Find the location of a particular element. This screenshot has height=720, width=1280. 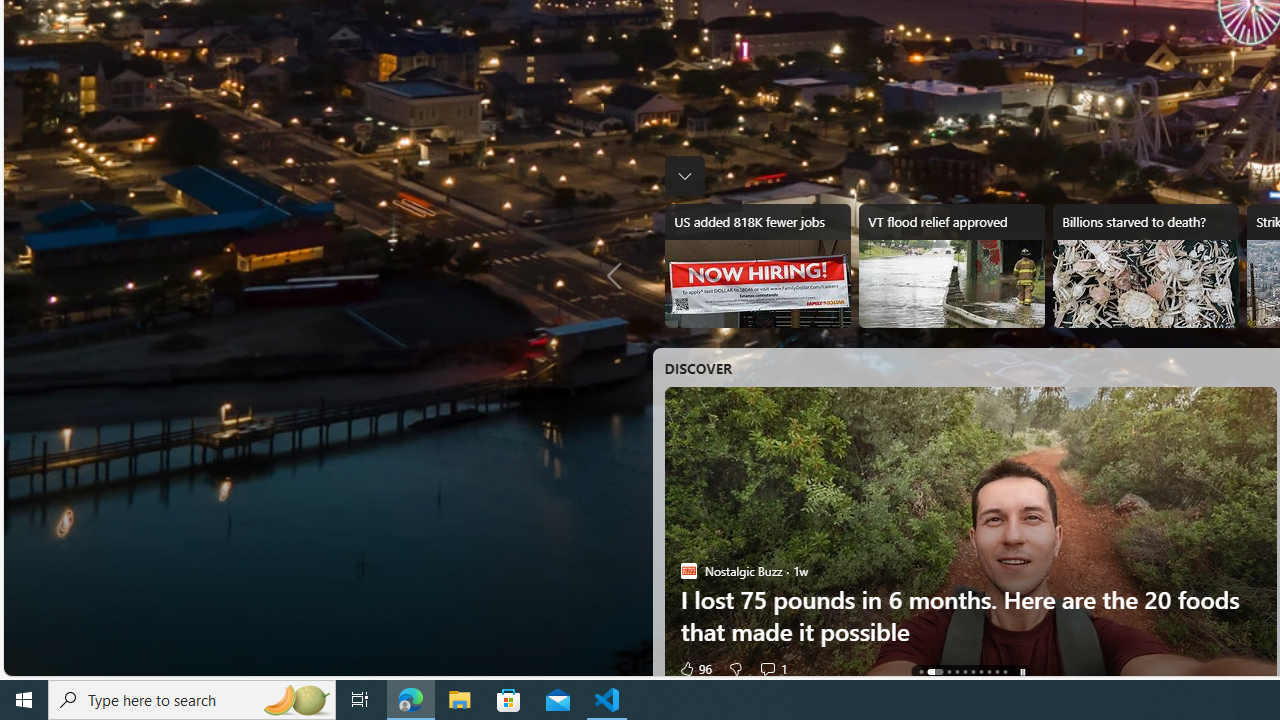

'AutomationID: tab-9' is located at coordinates (1004, 672).